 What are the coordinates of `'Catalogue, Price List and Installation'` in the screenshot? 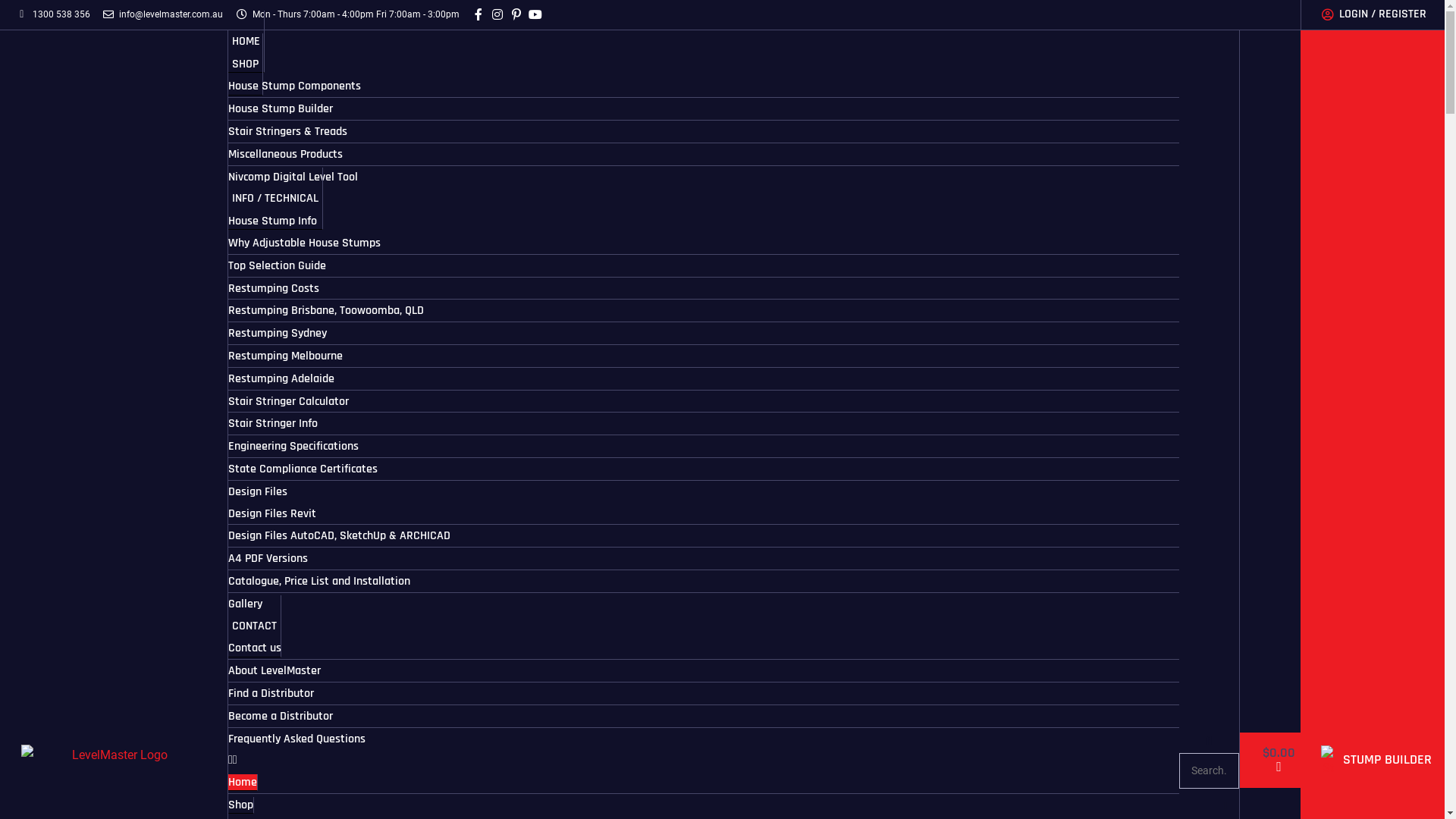 It's located at (318, 580).